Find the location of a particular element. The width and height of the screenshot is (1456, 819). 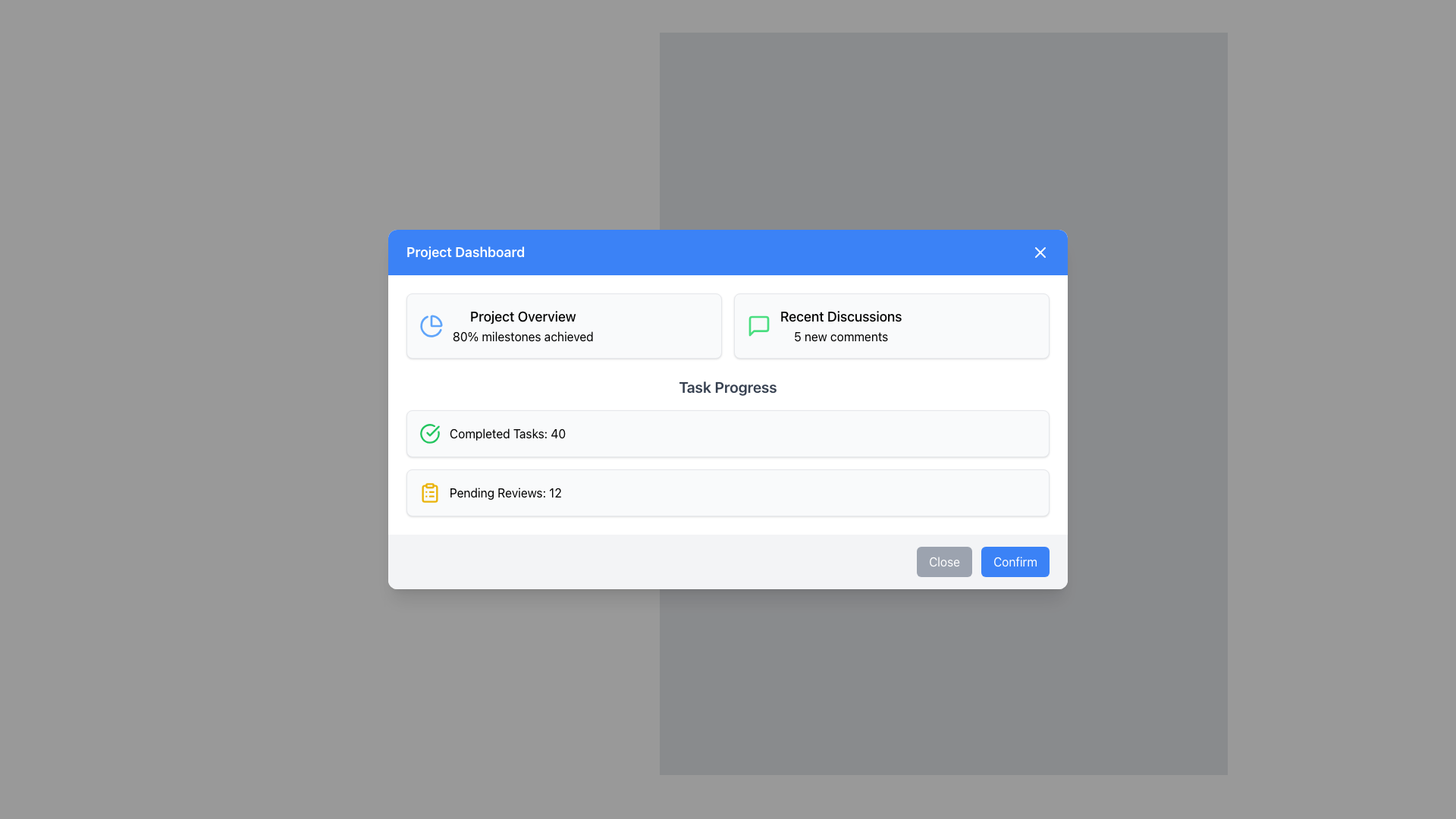

the informational card displaying the count of pending reviews located below the 'Completed Tasks' card in the middle column of the dialog is located at coordinates (728, 493).